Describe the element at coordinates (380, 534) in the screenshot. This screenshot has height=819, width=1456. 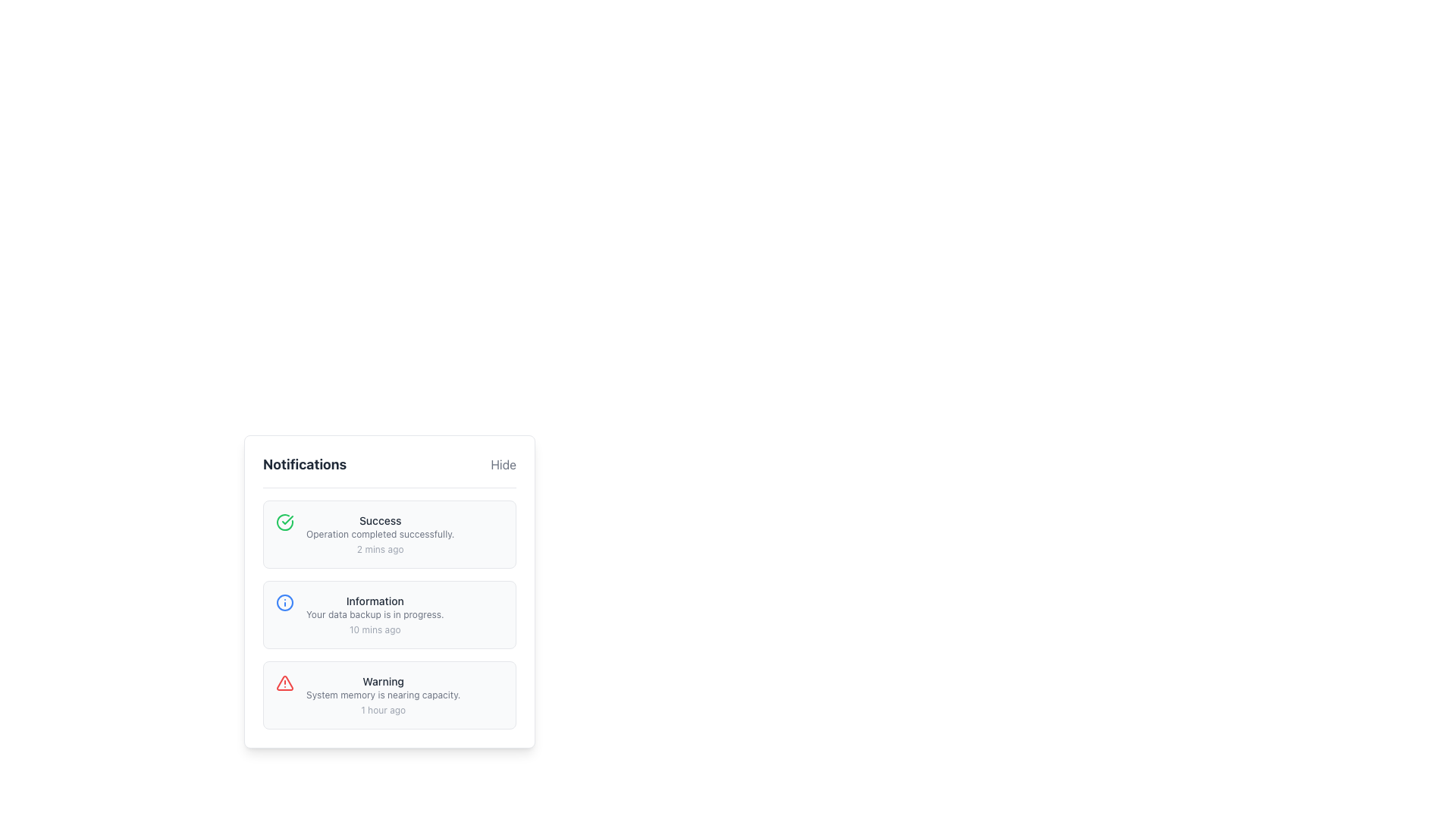
I see `the notification message component that displays 'Success' in bold, with the message 'Operation completed successfully' and the time '2 mins ago'` at that location.